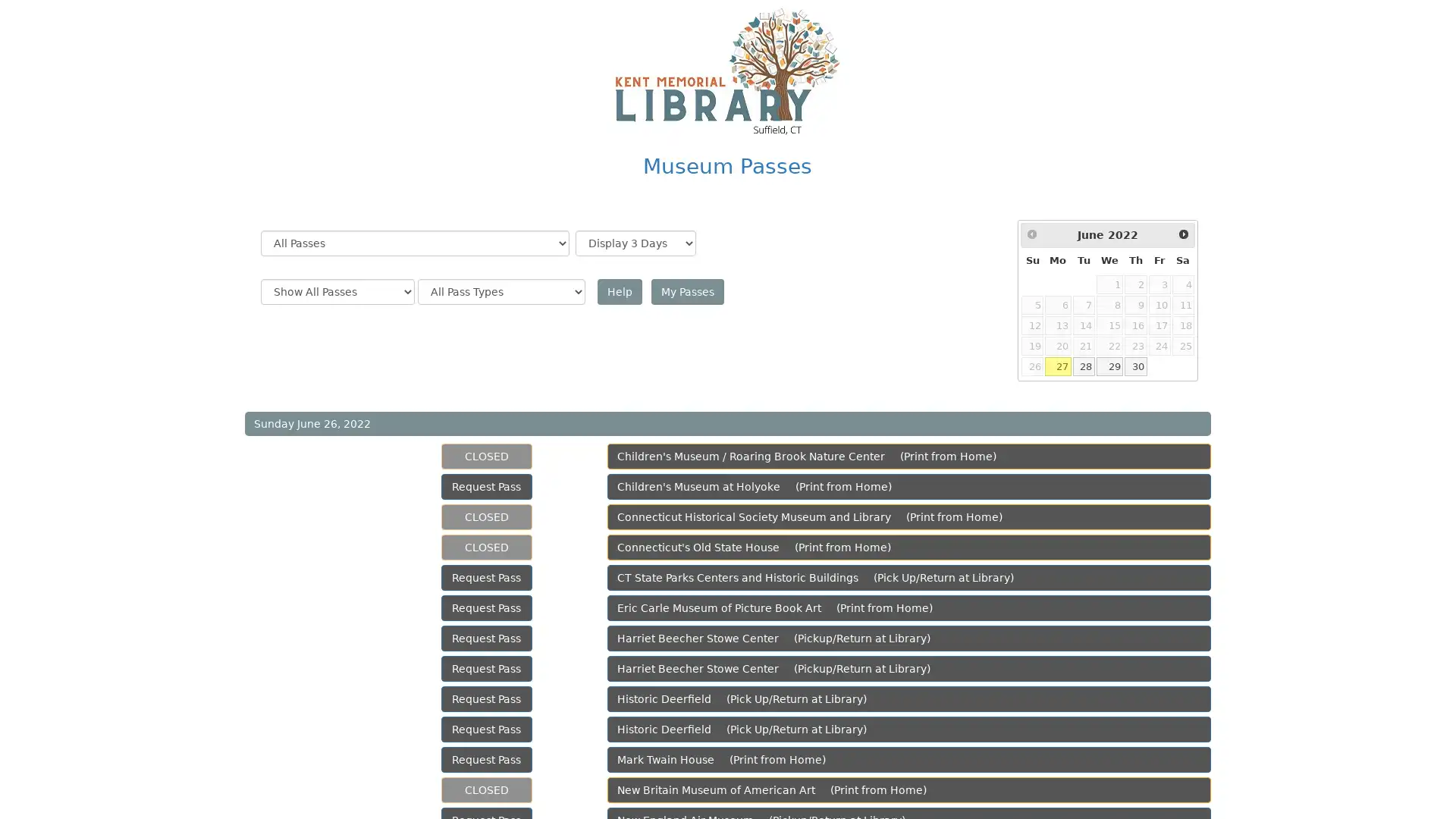 This screenshot has height=819, width=1456. I want to click on CLOSED, so click(486, 547).